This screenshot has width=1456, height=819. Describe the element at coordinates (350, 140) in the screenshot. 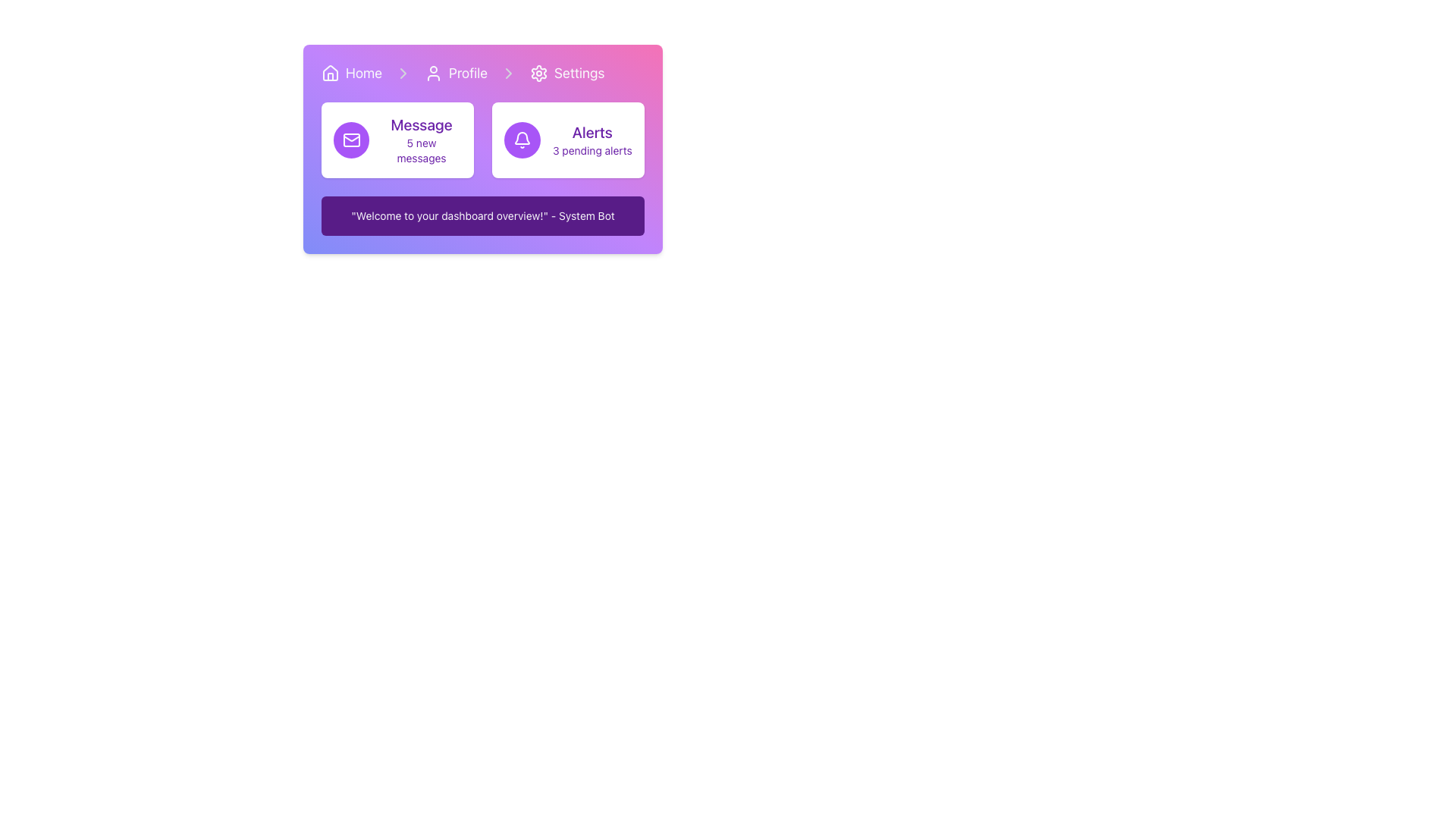

I see `the rectangular icon element with rounded edges, styled in a solid color, located above the text 'Message 5 new messages' within the mail envelope icon group` at that location.